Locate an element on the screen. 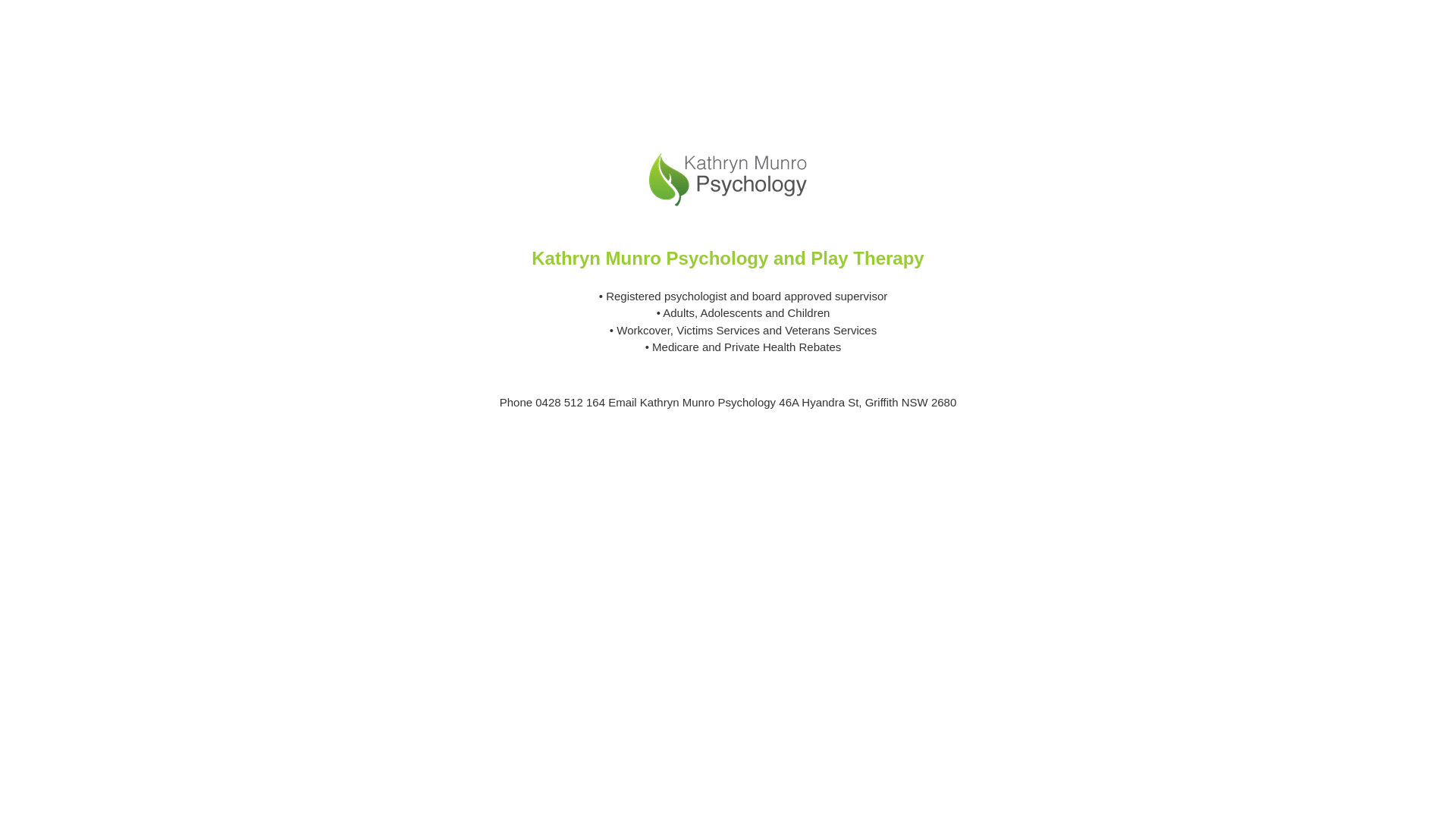 This screenshot has width=1456, height=819. '0428 512 164' is located at coordinates (535, 401).